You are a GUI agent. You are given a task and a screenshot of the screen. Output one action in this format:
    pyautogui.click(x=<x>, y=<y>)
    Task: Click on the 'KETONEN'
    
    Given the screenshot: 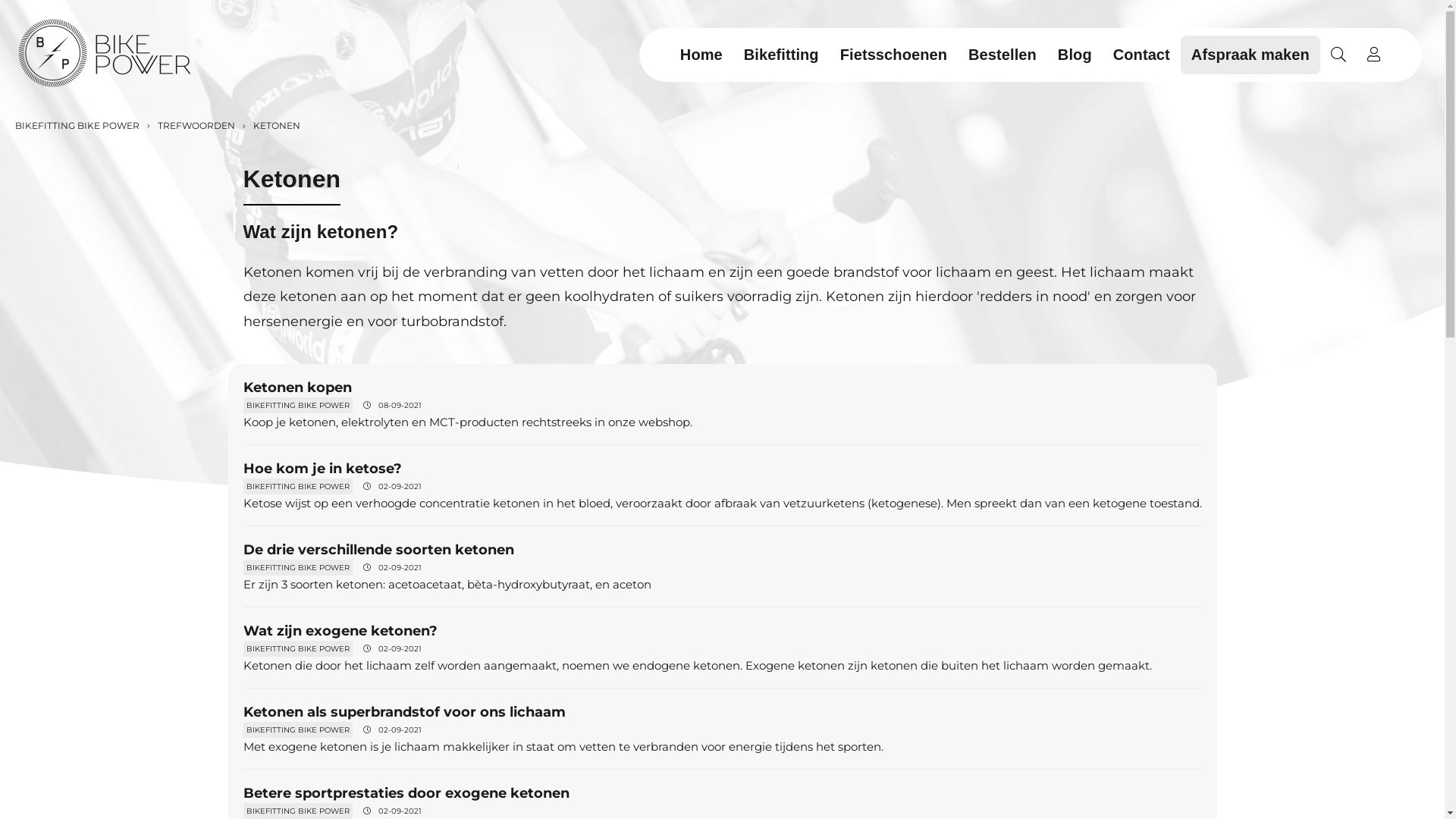 What is the action you would take?
    pyautogui.click(x=275, y=124)
    